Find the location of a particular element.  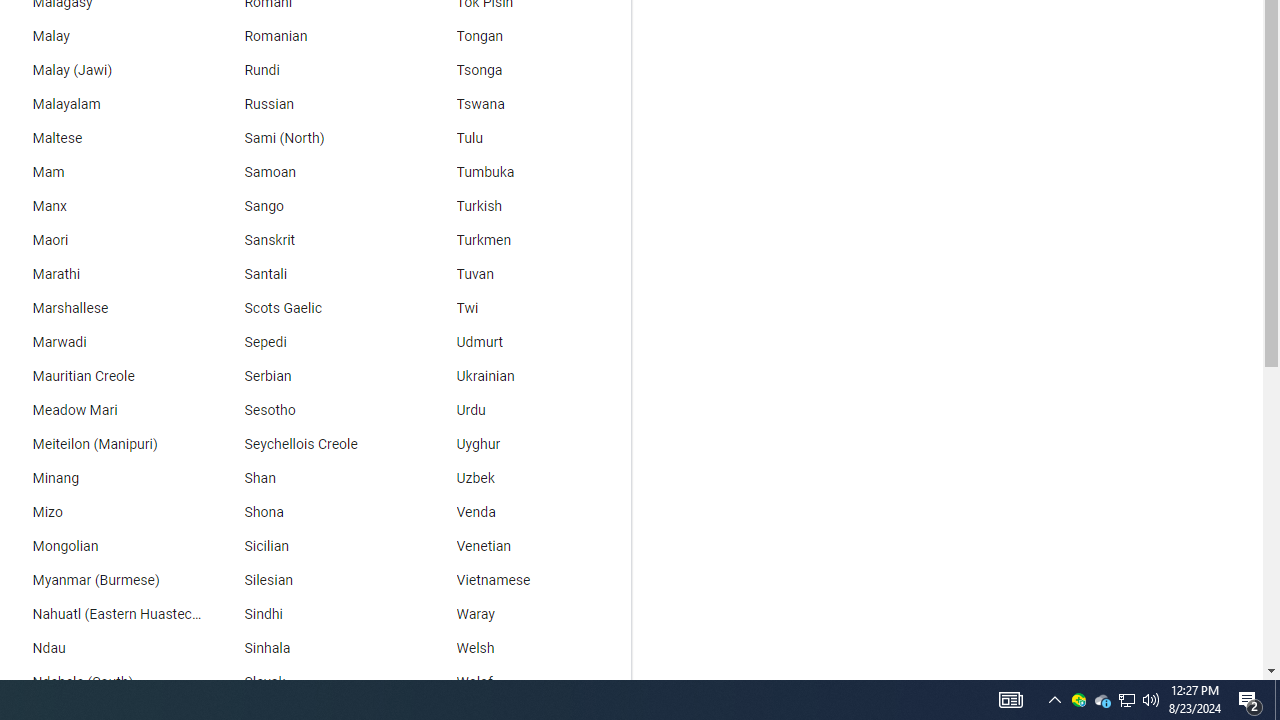

'Scots Gaelic' is located at coordinates (311, 308).